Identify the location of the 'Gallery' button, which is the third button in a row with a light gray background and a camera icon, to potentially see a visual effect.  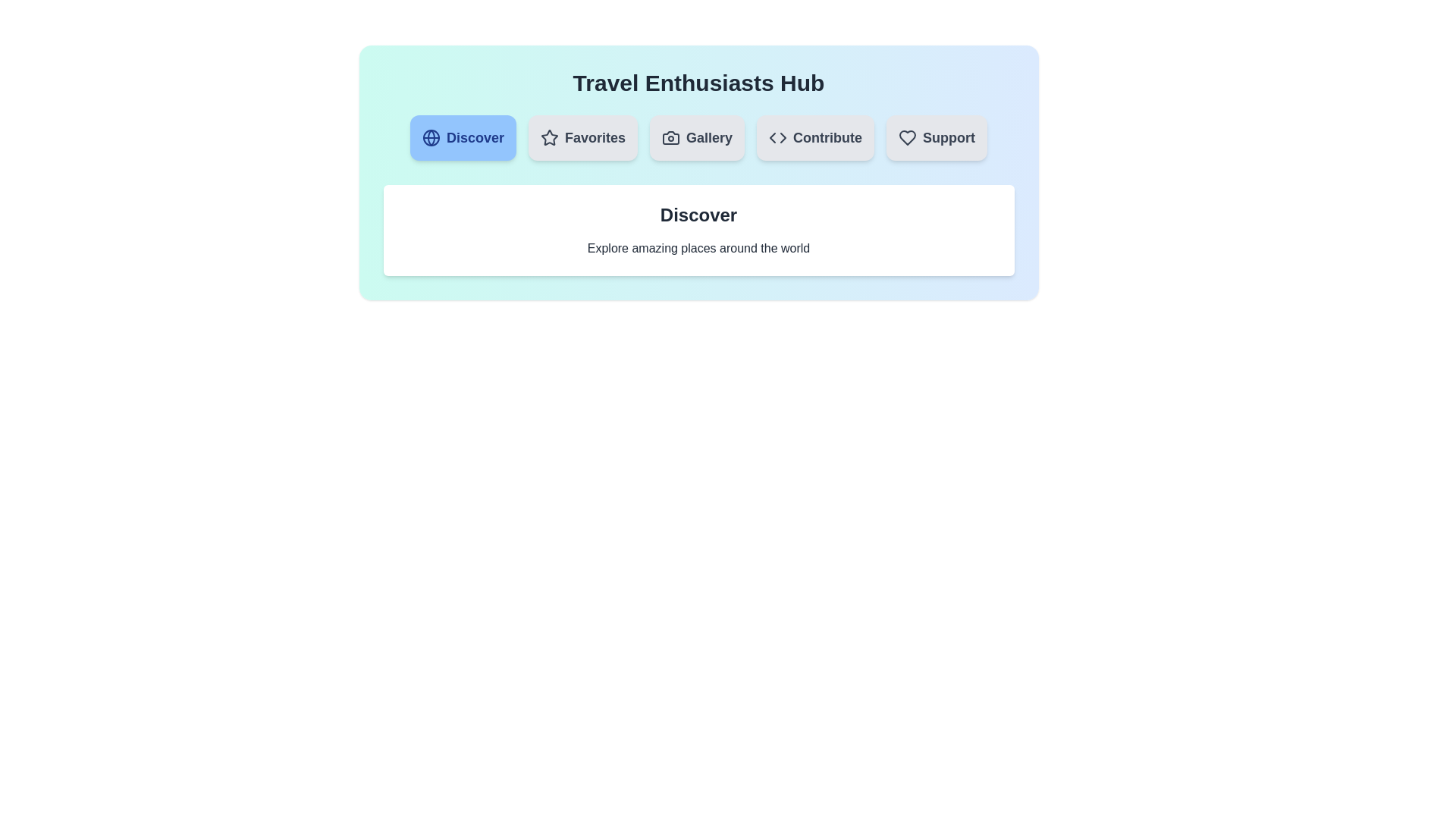
(696, 137).